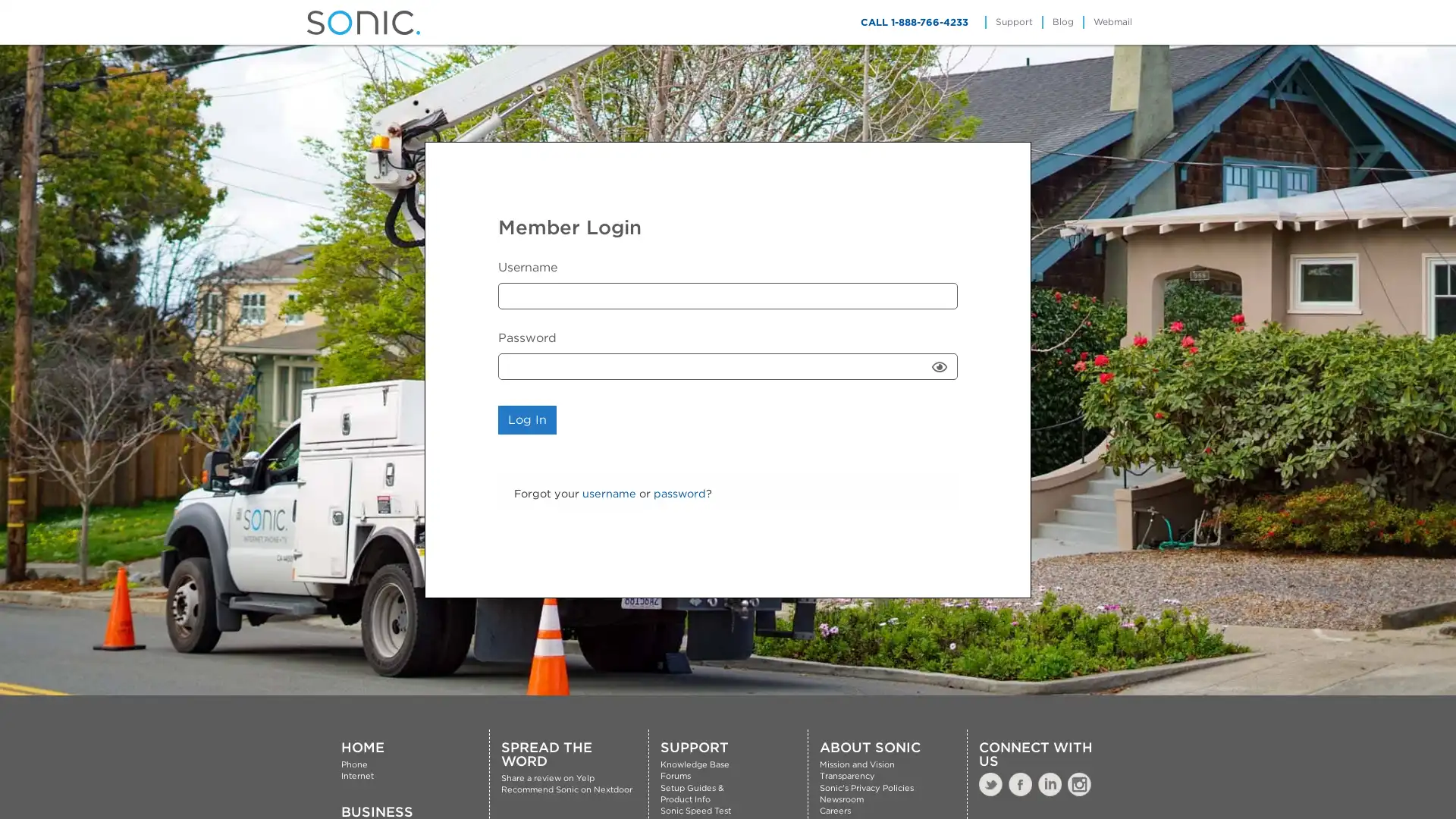 The height and width of the screenshot is (819, 1456). I want to click on Show Password, so click(939, 366).